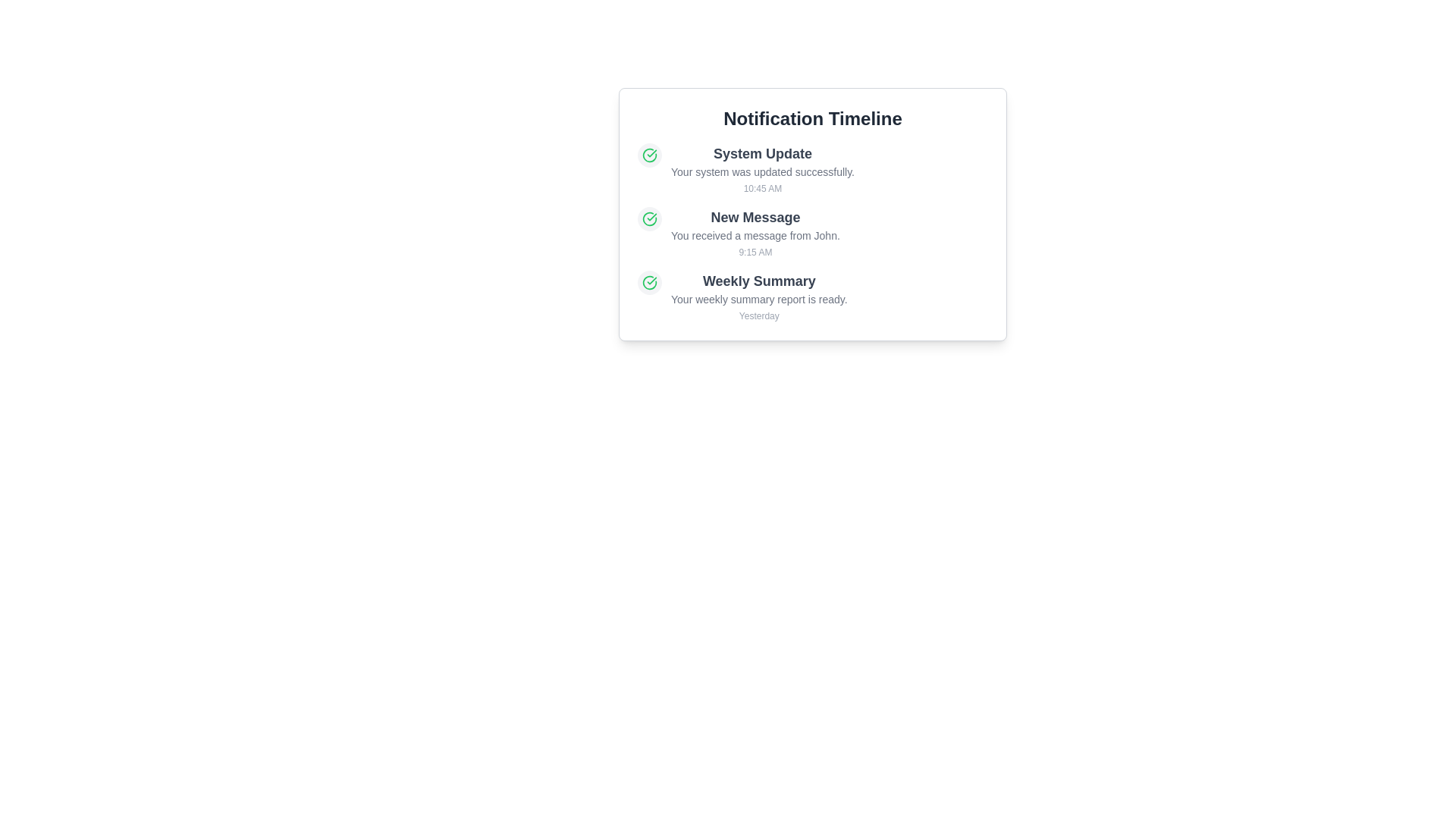 The width and height of the screenshot is (1456, 819). I want to click on the bold text label displaying 'Notification Timeline', which is styled as a header in dark gray color at the top of the notification section, so click(811, 118).